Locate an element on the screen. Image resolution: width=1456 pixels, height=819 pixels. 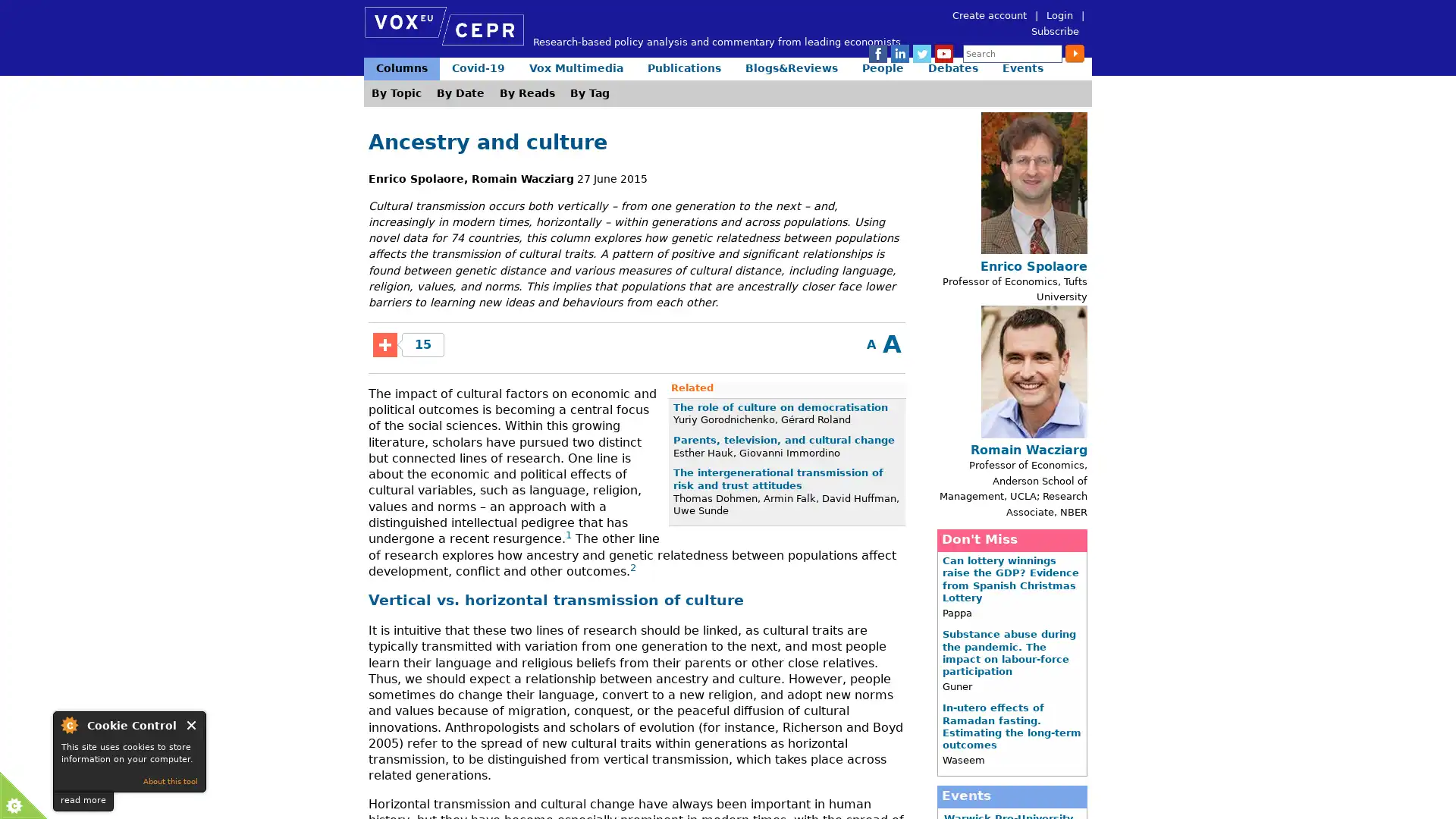
Close is located at coordinates (191, 724).